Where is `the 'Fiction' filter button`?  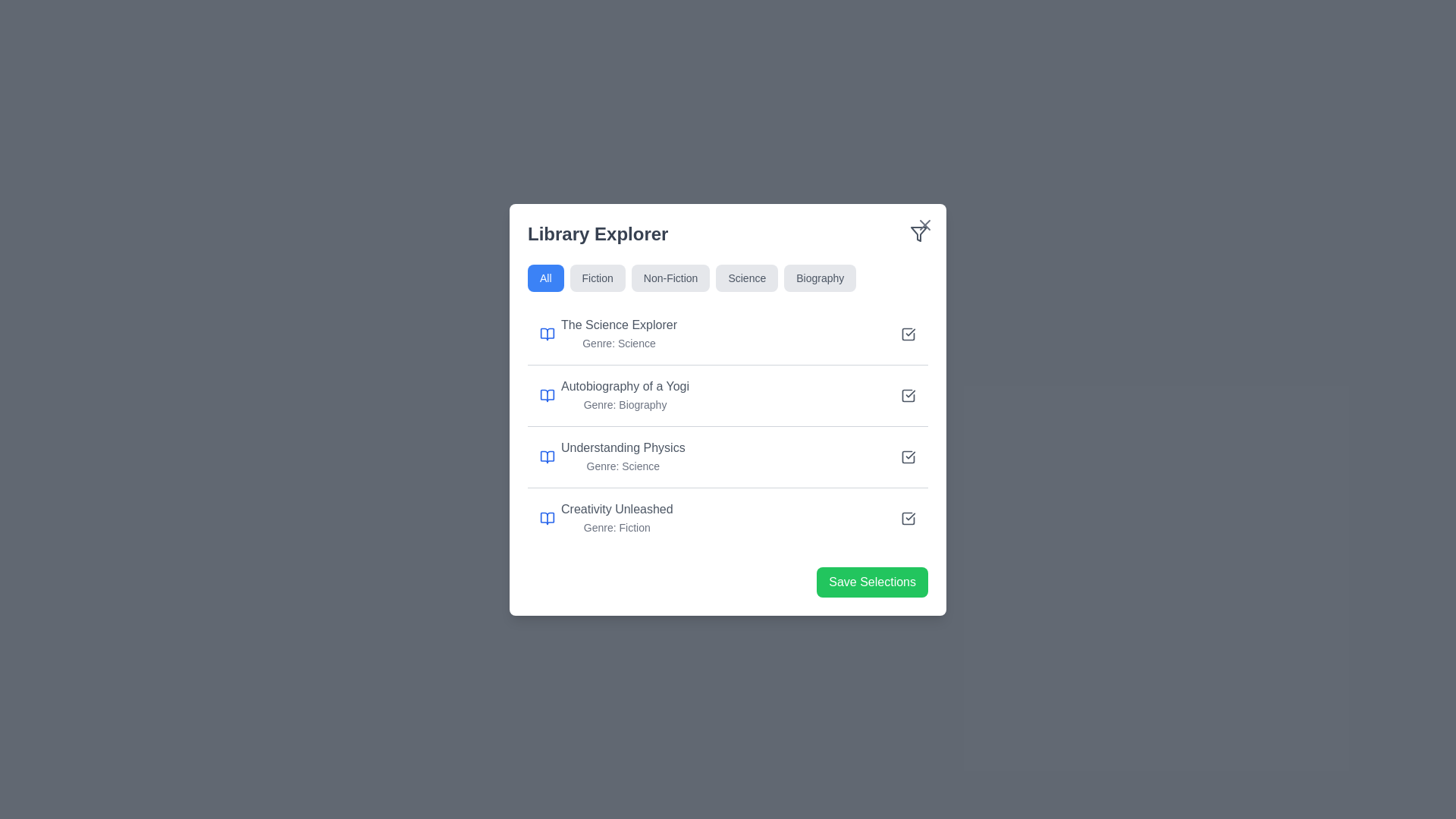
the 'Fiction' filter button is located at coordinates (597, 278).